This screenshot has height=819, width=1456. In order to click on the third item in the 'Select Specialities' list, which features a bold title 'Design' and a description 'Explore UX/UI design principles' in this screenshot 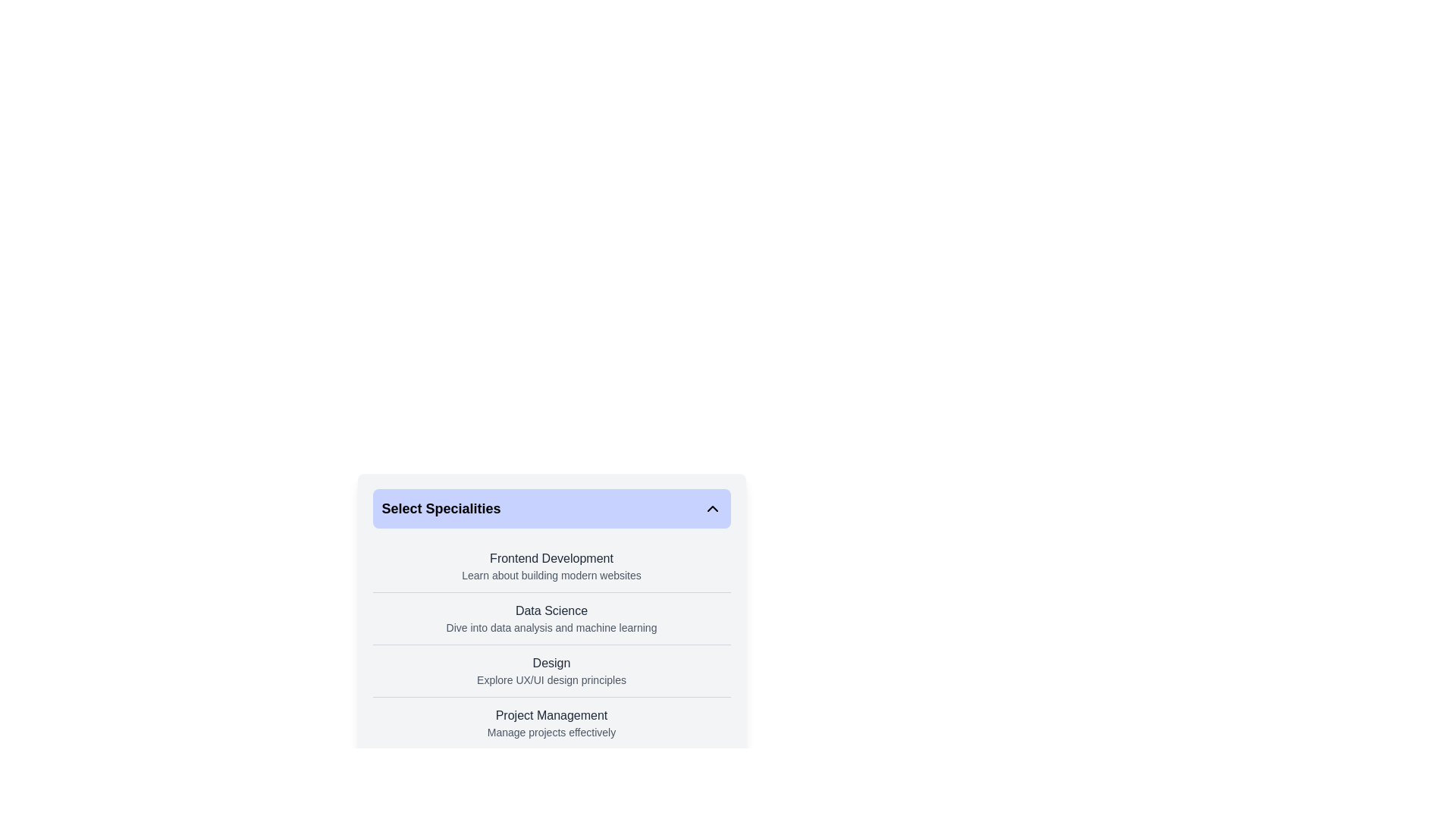, I will do `click(551, 670)`.